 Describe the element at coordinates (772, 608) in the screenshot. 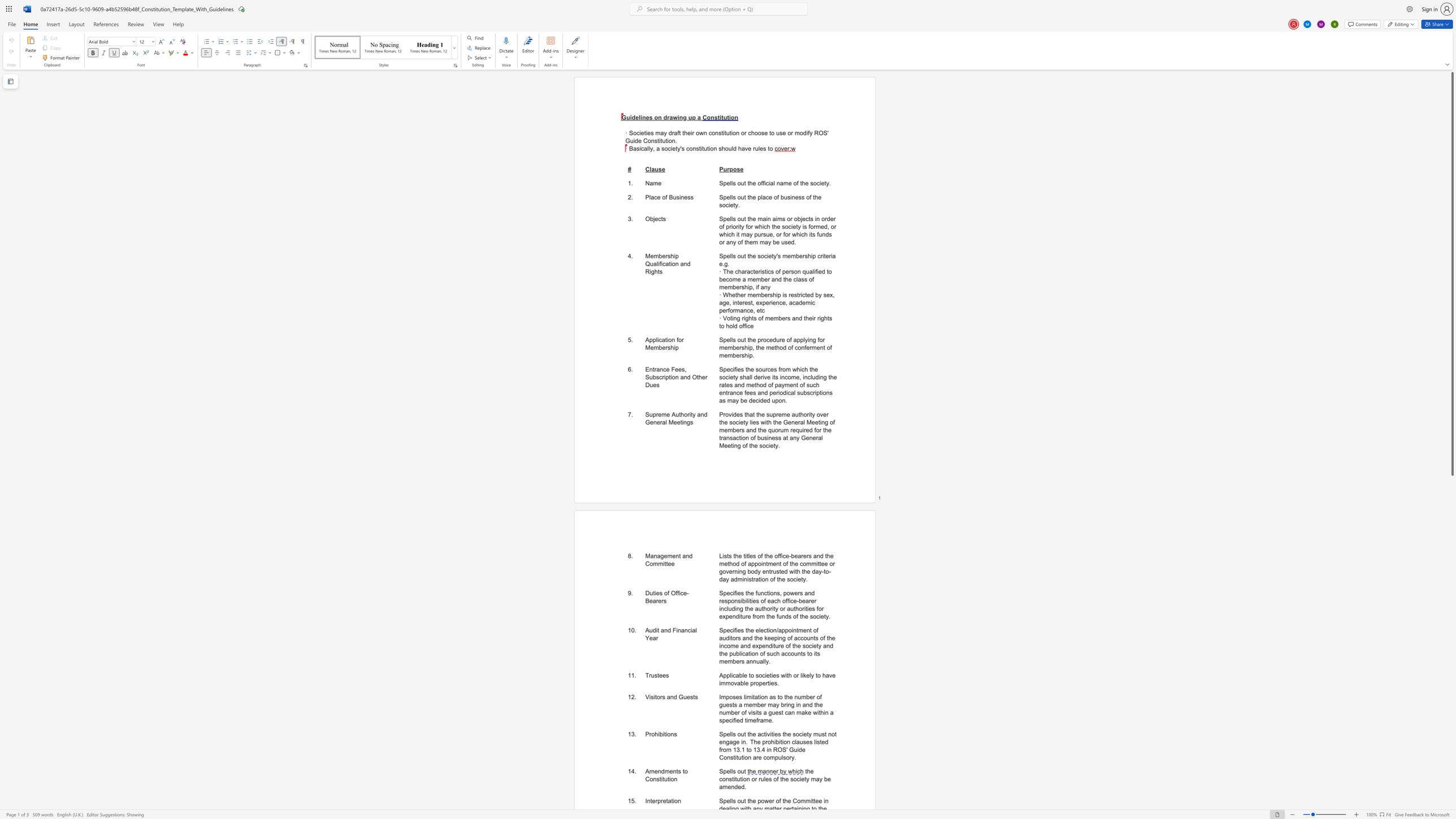

I see `the subset text "ity or authorities for expenditure from the funds of the" within the text "Specifies the functions, powers and responsibilities of each office-bearer including the authority or authorities for expenditure from the funds of the society."` at that location.